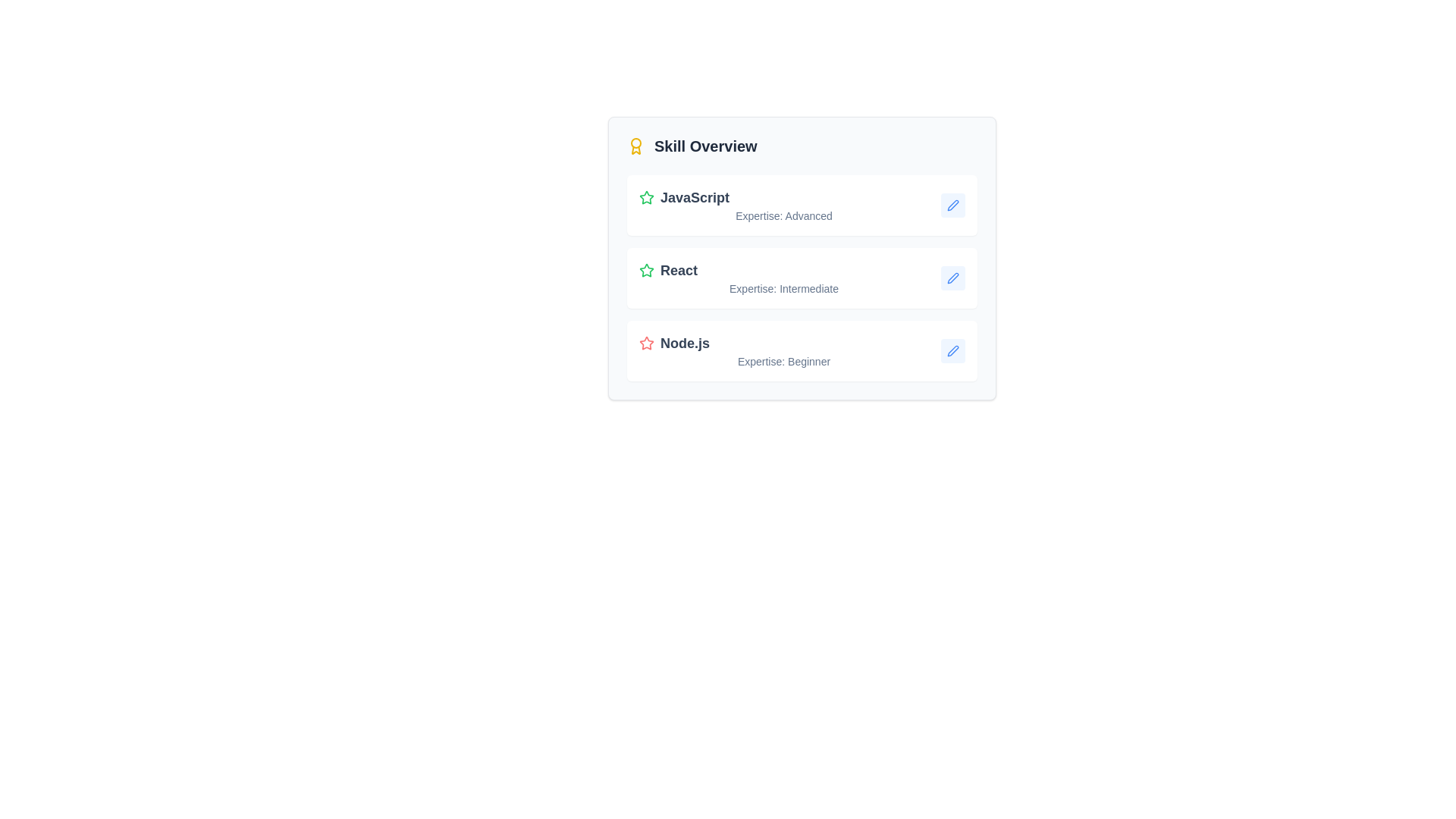  Describe the element at coordinates (783, 205) in the screenshot. I see `the 'JavaScript' skill information display block, which features the text 'JavaScript' in bold and larger font, followed by 'Expertise: Advanced' in a smaller font, along with a green star icon` at that location.